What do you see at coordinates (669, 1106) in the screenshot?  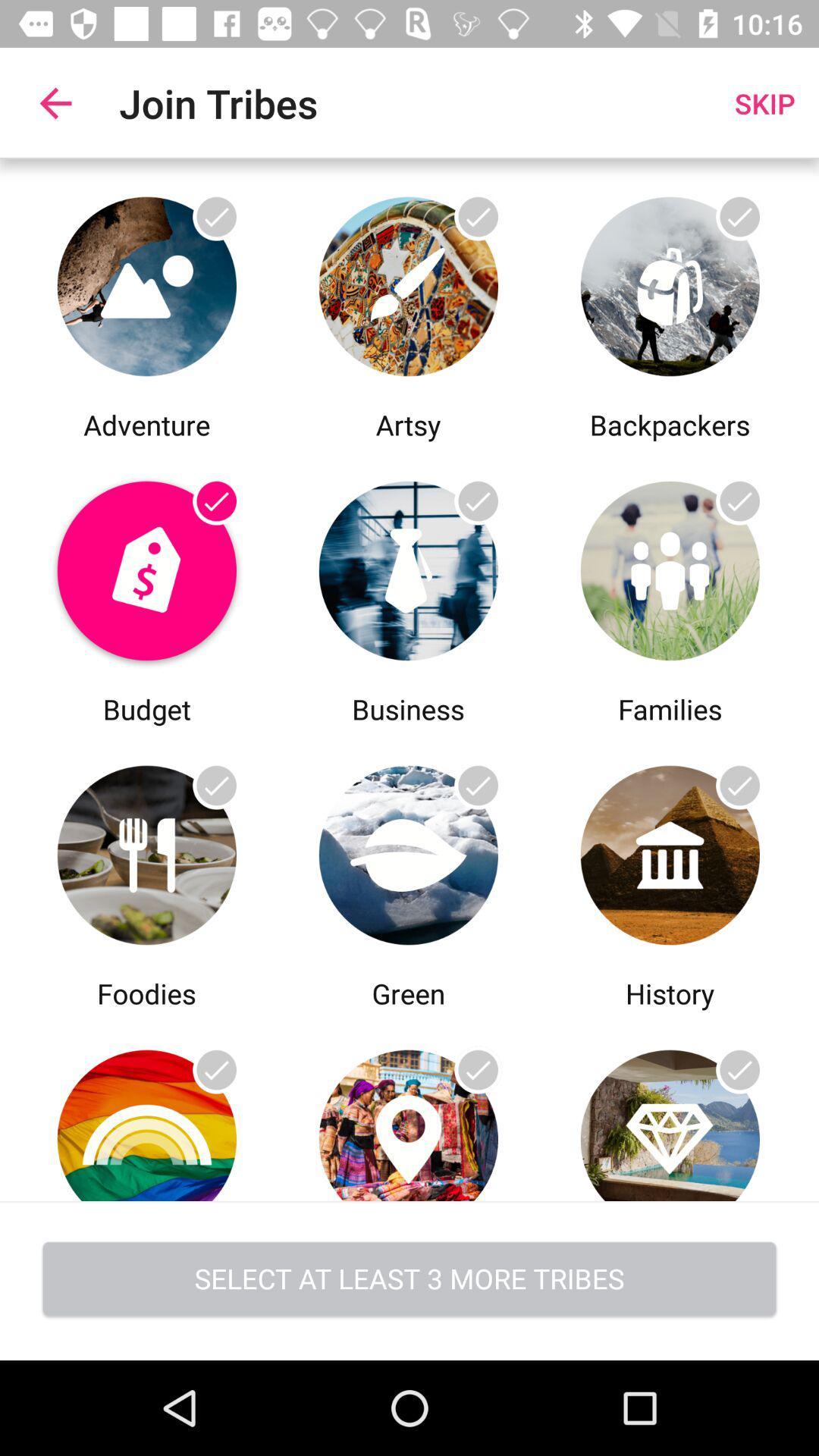 I see `join tribe` at bounding box center [669, 1106].